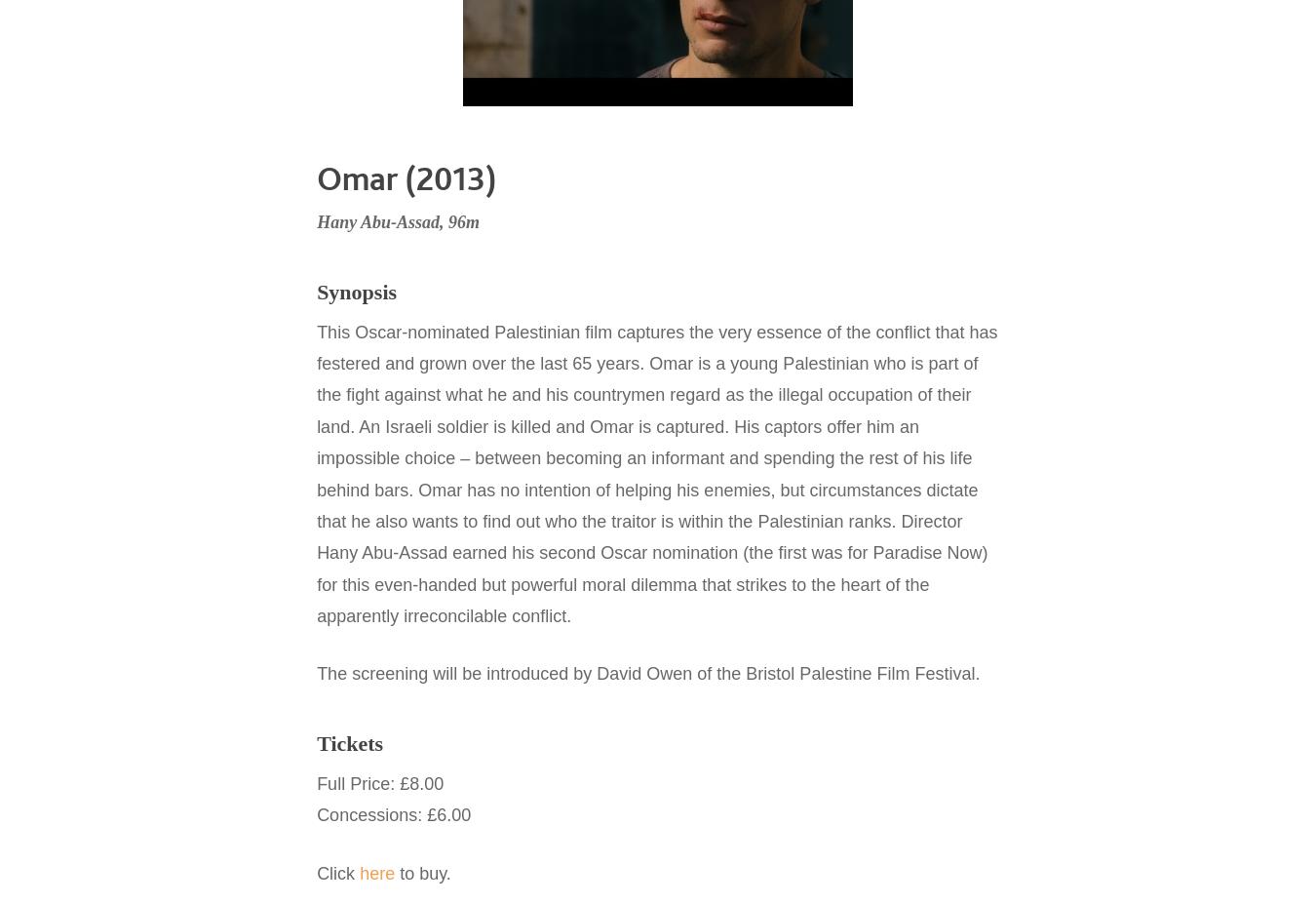 Image resolution: width=1316 pixels, height=904 pixels. Describe the element at coordinates (394, 814) in the screenshot. I see `'Concessions: £6.00'` at that location.